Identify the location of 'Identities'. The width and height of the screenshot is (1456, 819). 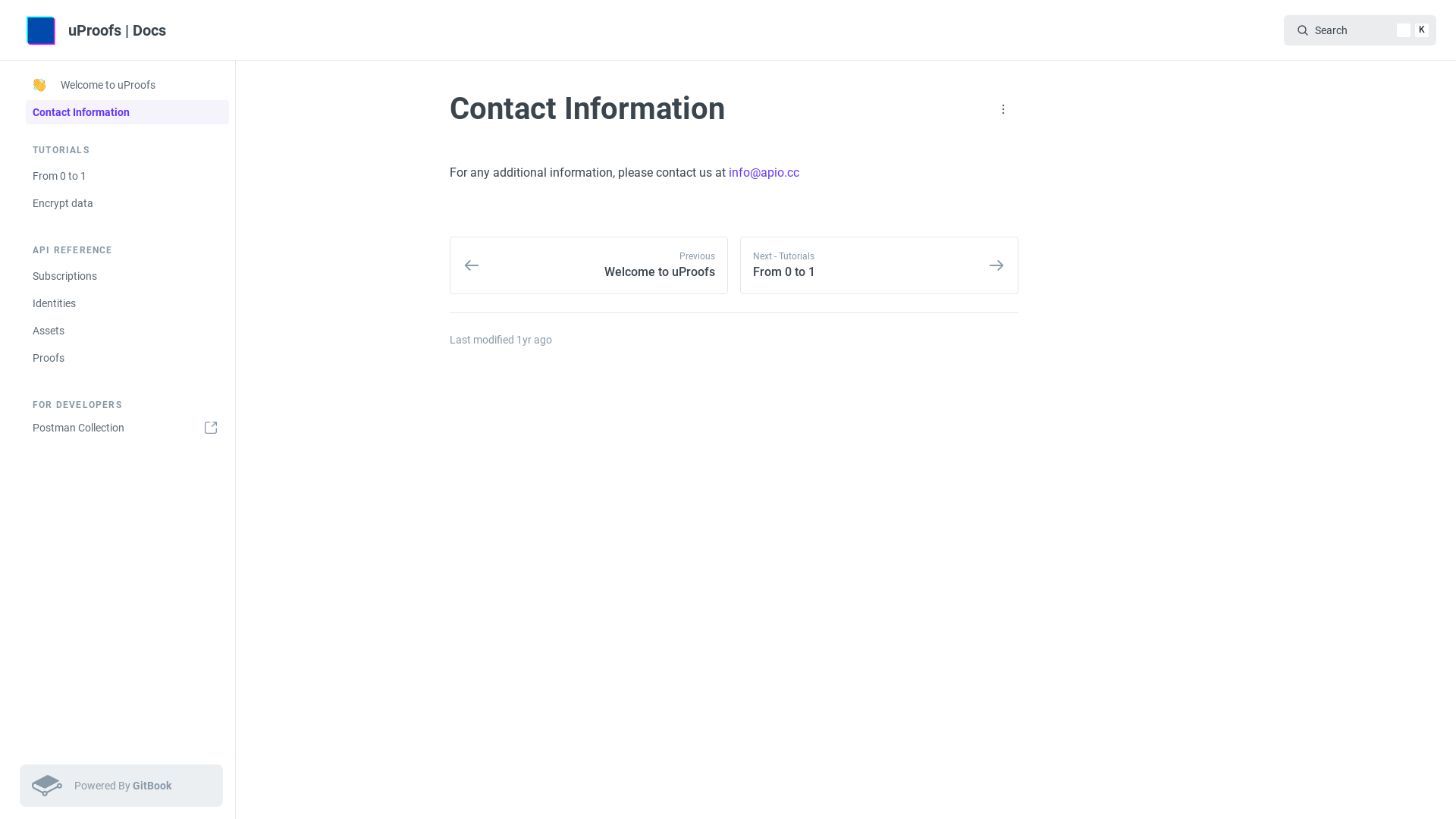
(127, 303).